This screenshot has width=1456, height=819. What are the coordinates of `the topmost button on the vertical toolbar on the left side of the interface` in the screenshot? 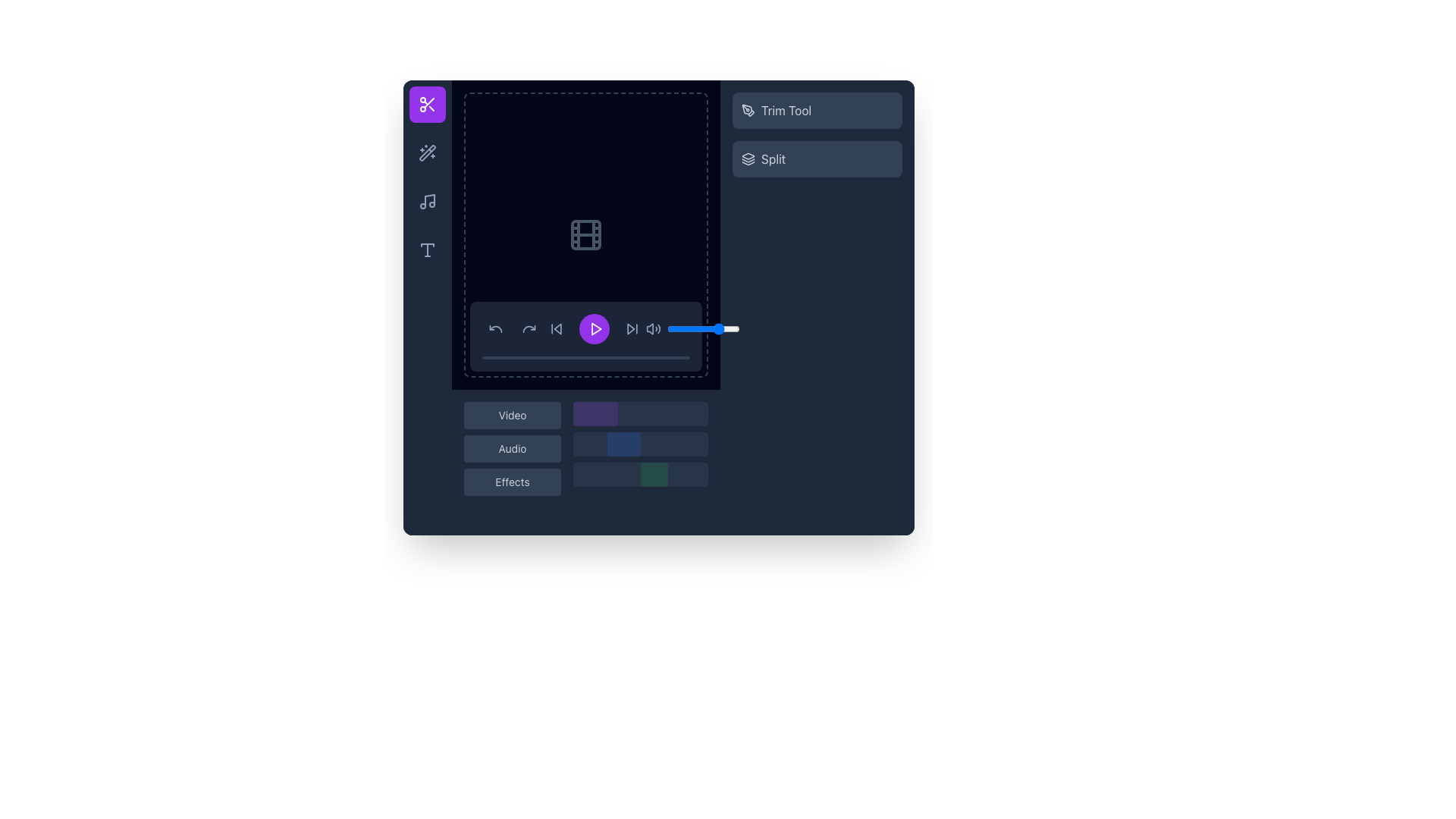 It's located at (427, 104).